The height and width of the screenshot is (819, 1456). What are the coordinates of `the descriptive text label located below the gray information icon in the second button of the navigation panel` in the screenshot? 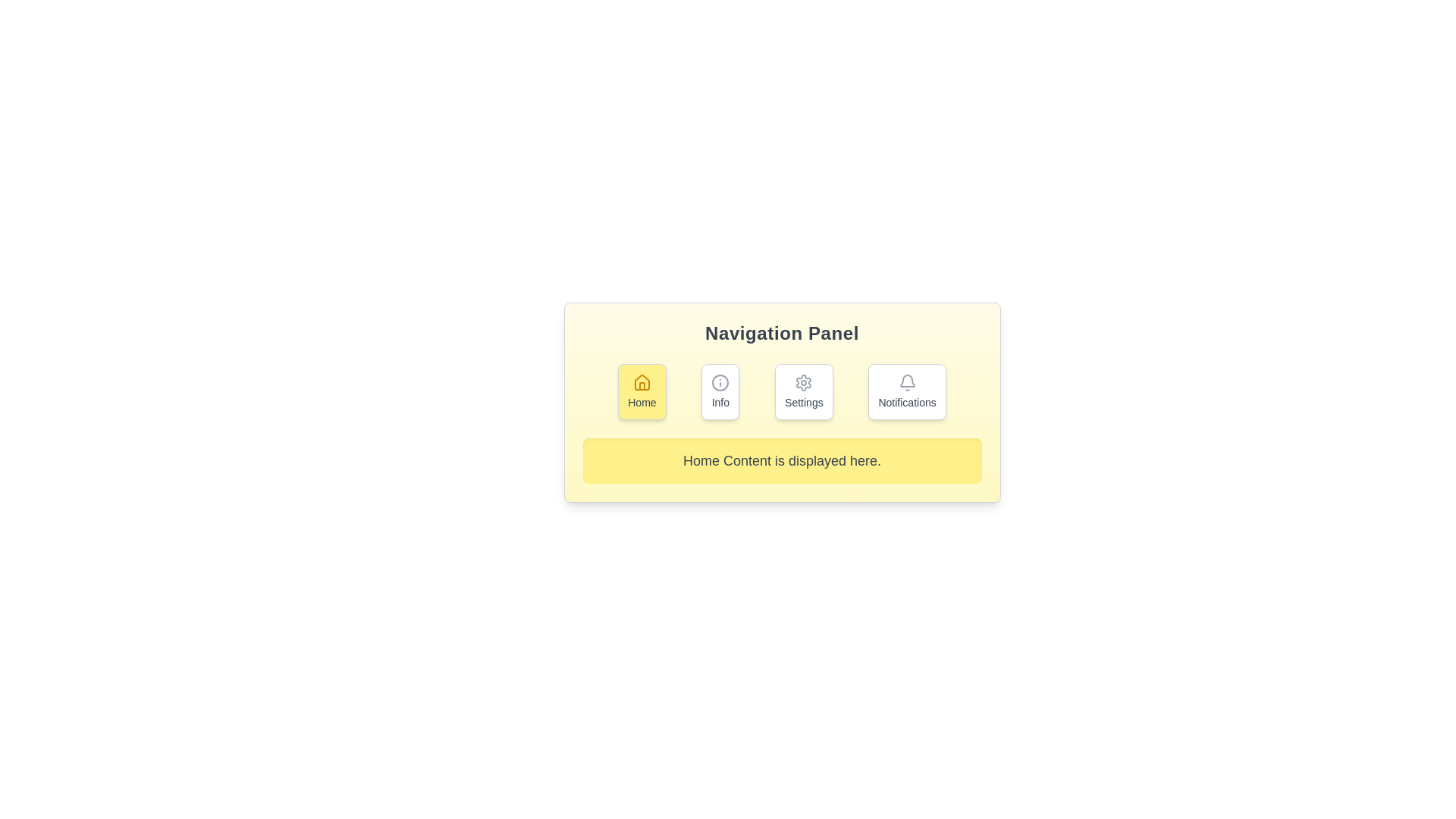 It's located at (720, 402).